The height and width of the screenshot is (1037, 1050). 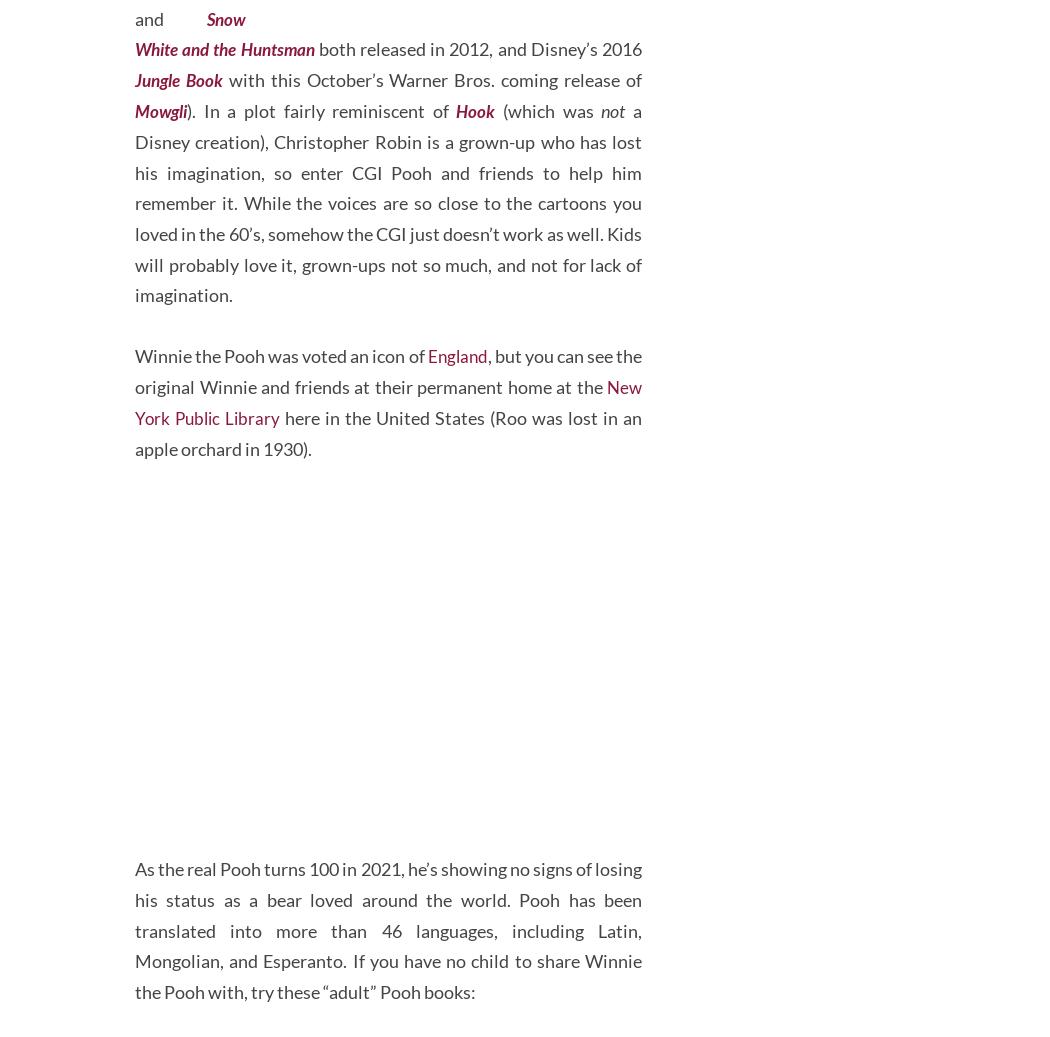 I want to click on '(which was', so click(x=595, y=182).